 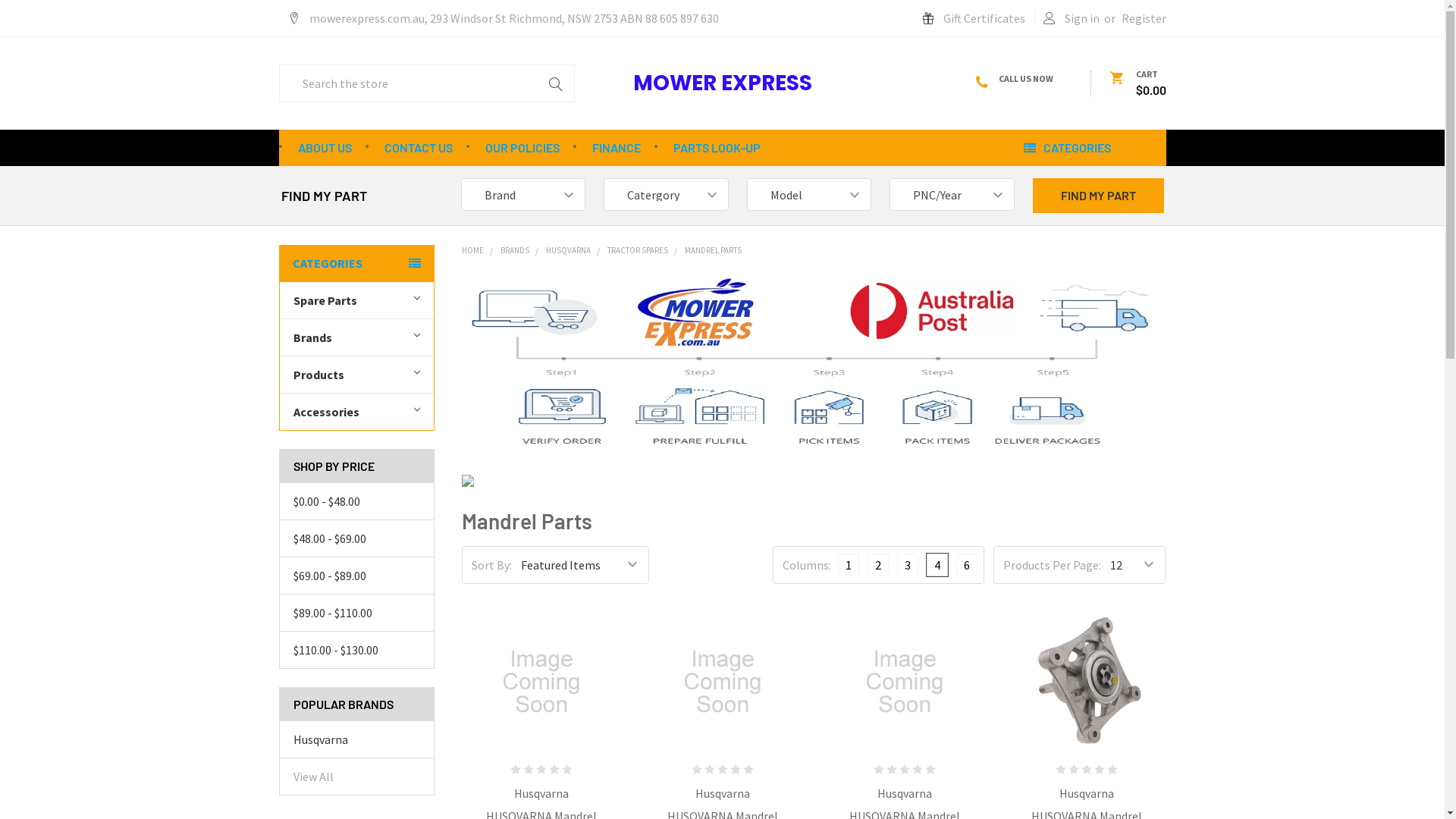 I want to click on 'PARTS LOOK-UP', so click(x=716, y=148).